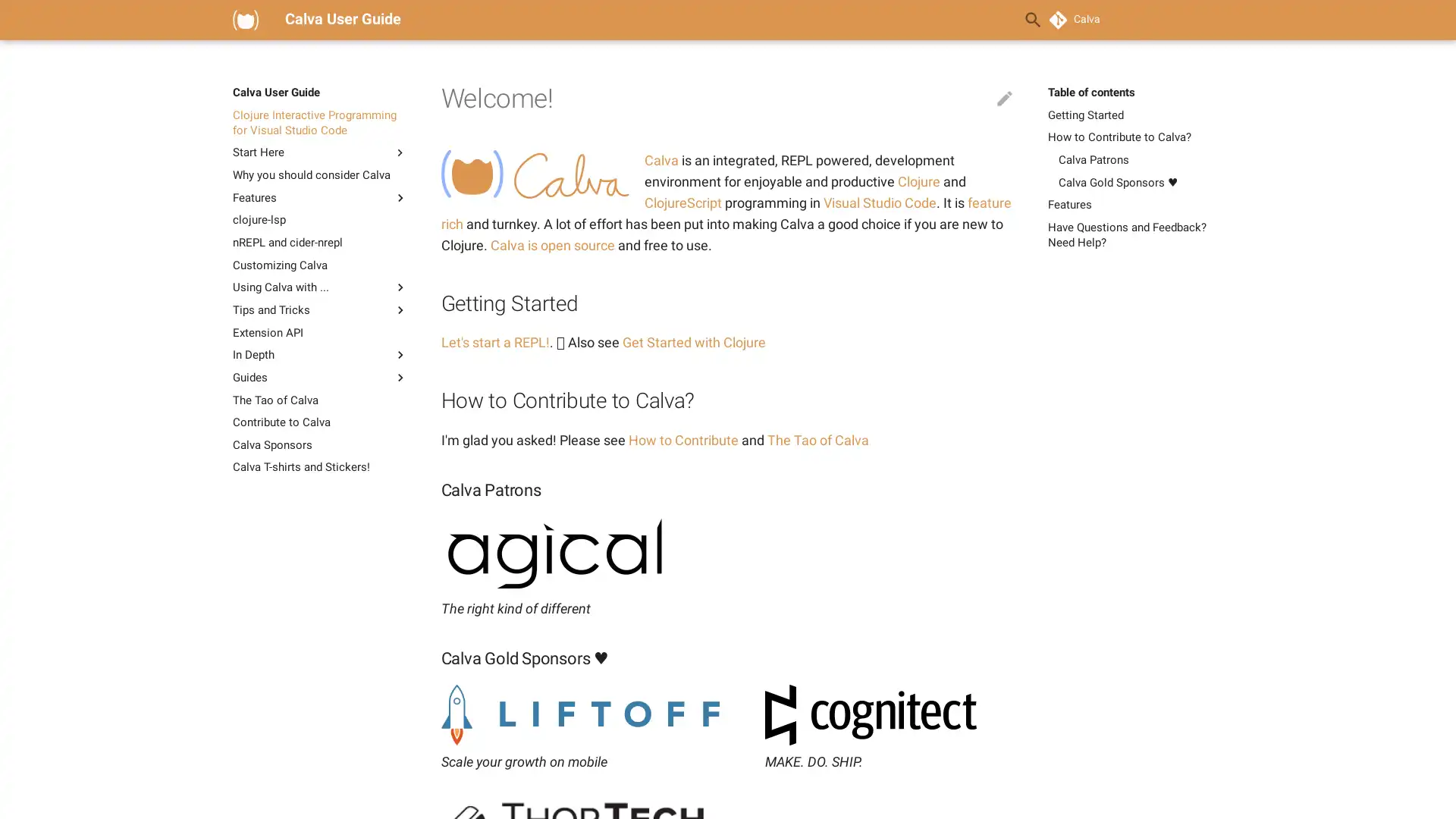  Describe the element at coordinates (996, 20) in the screenshot. I see `Clear` at that location.